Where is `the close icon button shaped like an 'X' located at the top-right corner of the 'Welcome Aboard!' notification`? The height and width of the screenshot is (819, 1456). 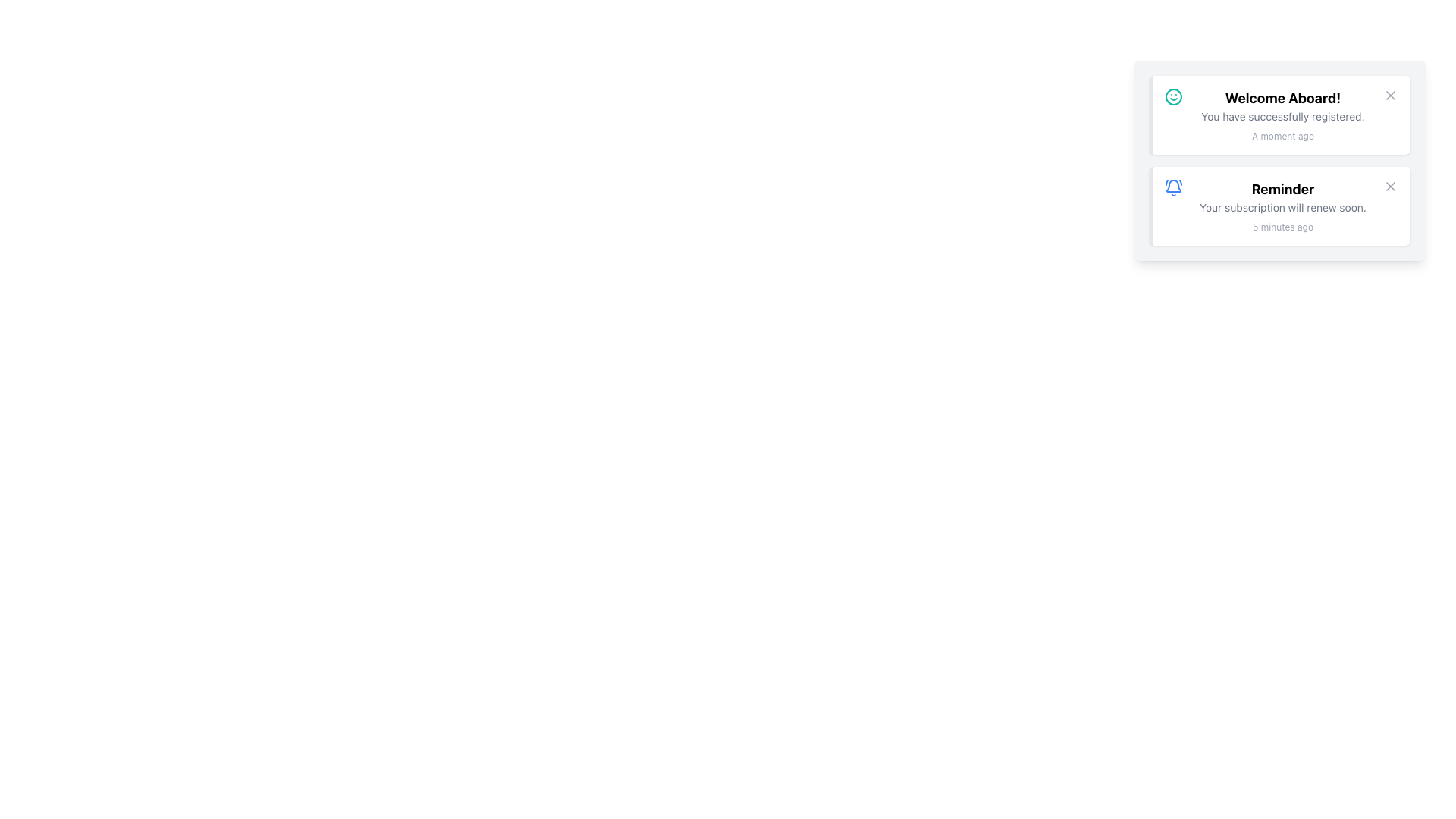 the close icon button shaped like an 'X' located at the top-right corner of the 'Welcome Aboard!' notification is located at coordinates (1390, 96).